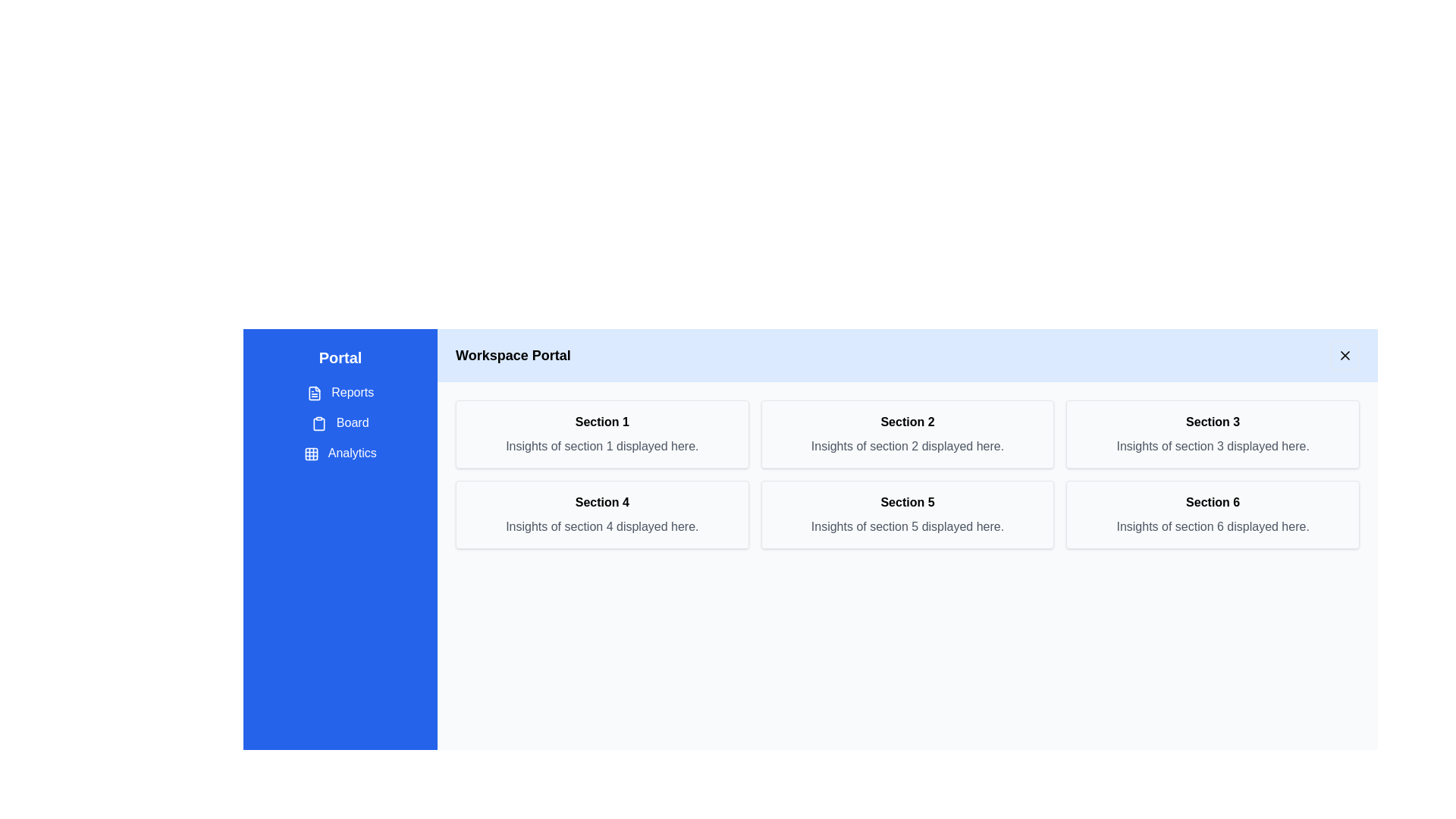 This screenshot has width=1456, height=819. Describe the element at coordinates (340, 423) in the screenshot. I see `the 'Board' hyperlink with an icon in the 'Portal' sidebar menu` at that location.